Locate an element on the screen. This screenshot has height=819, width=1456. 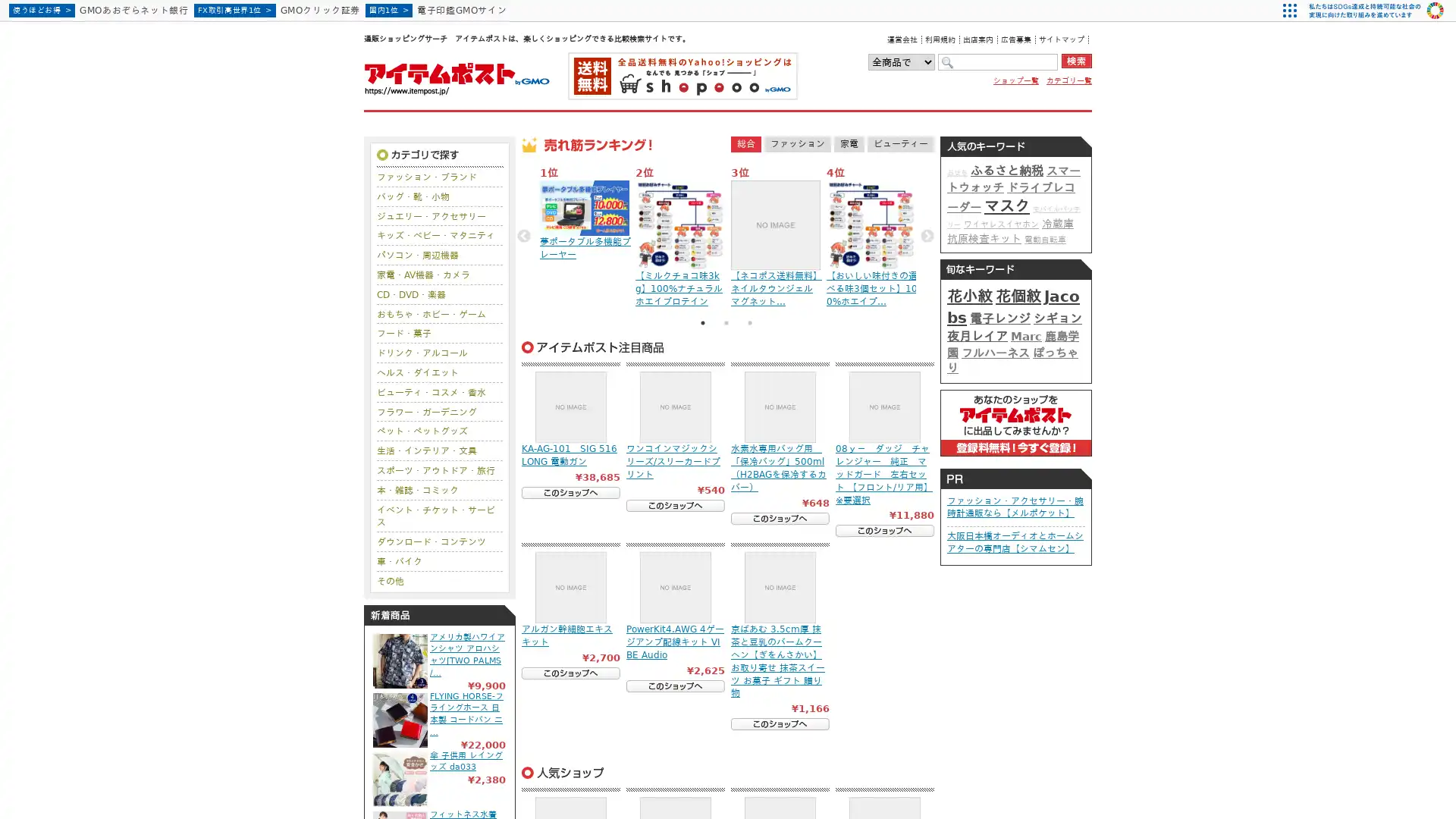
2 is located at coordinates (724, 322).